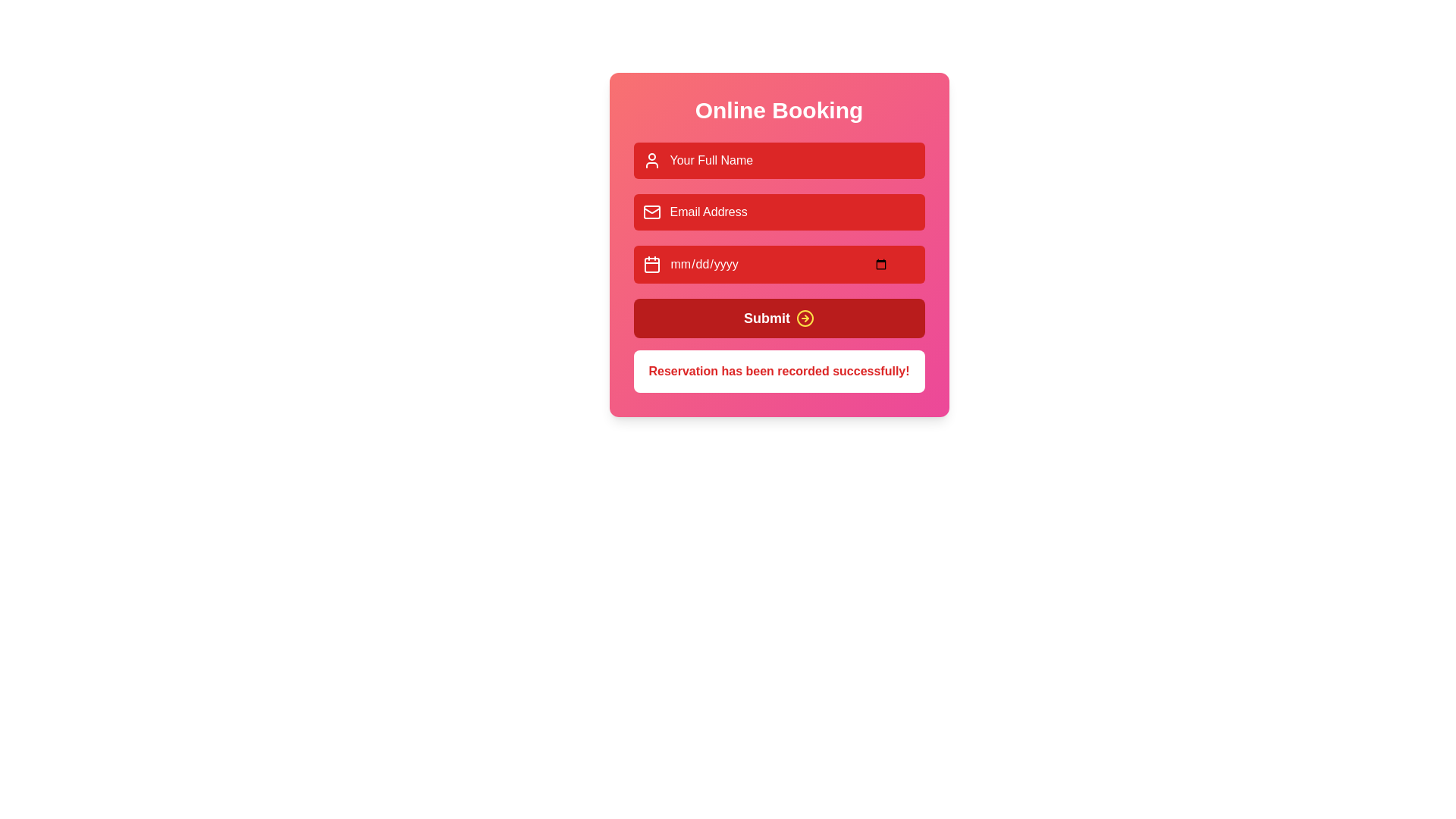 The width and height of the screenshot is (1456, 819). Describe the element at coordinates (651, 161) in the screenshot. I see `the SVG user profile avatar icon located to the left of the 'Your Full Name' text field, which is styled in white against a red background` at that location.